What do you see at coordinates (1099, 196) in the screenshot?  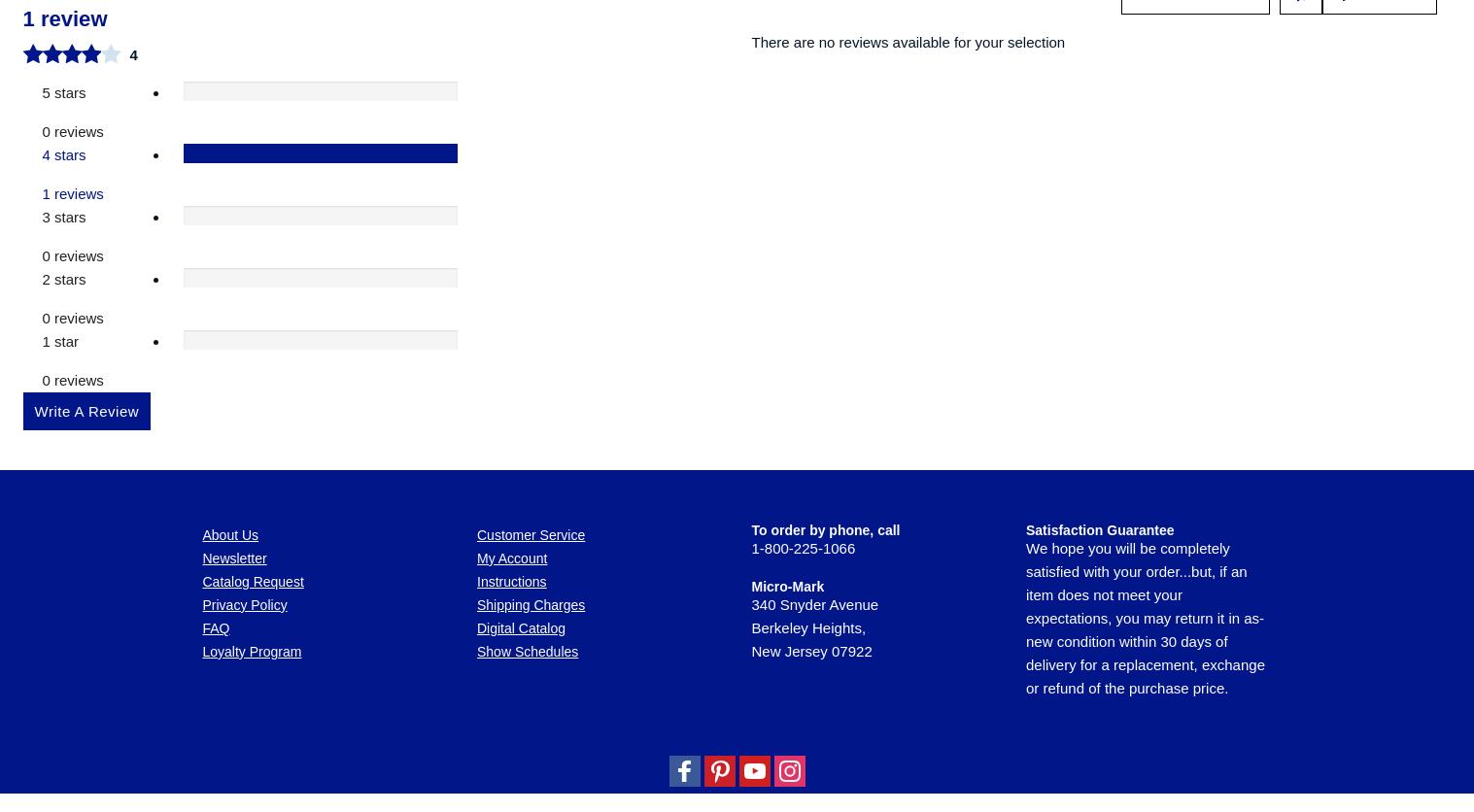 I see `'Satisfaction Guarantee'` at bounding box center [1099, 196].